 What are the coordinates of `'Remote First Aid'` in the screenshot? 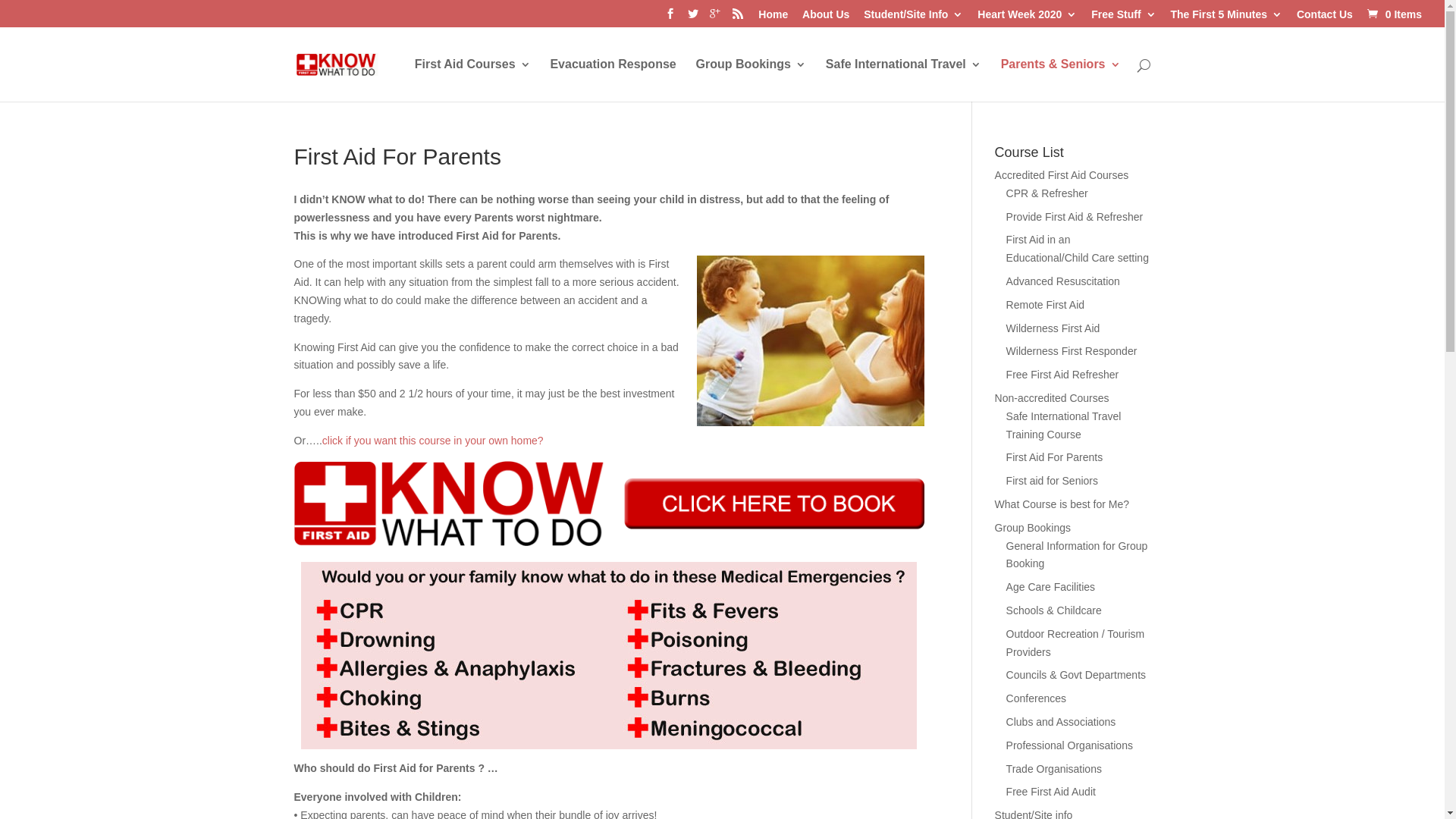 It's located at (1044, 304).